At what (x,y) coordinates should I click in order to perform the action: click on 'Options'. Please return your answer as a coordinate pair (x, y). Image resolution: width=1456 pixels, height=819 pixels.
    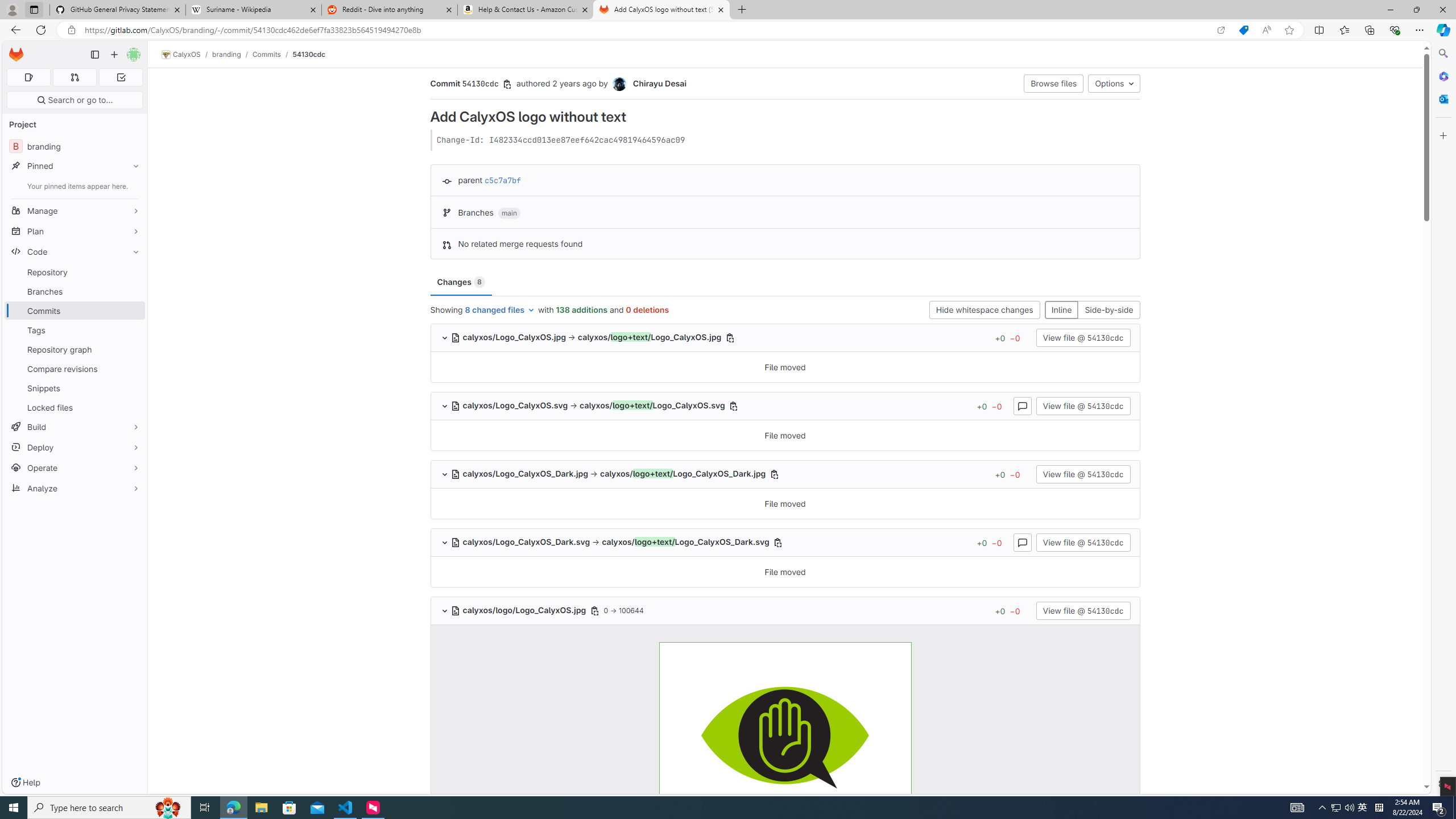
    Looking at the image, I should click on (1113, 82).